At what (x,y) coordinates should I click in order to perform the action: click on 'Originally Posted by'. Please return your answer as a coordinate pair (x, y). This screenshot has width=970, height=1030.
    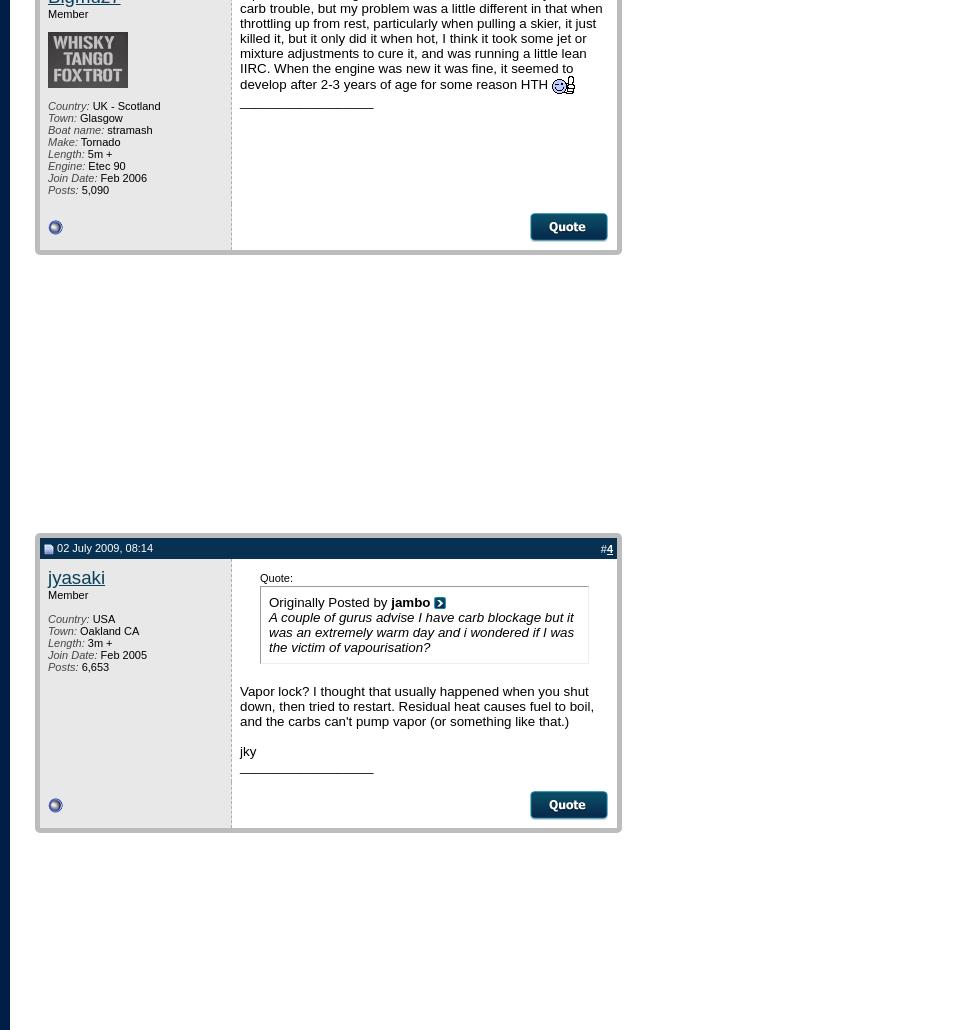
    Looking at the image, I should click on (329, 601).